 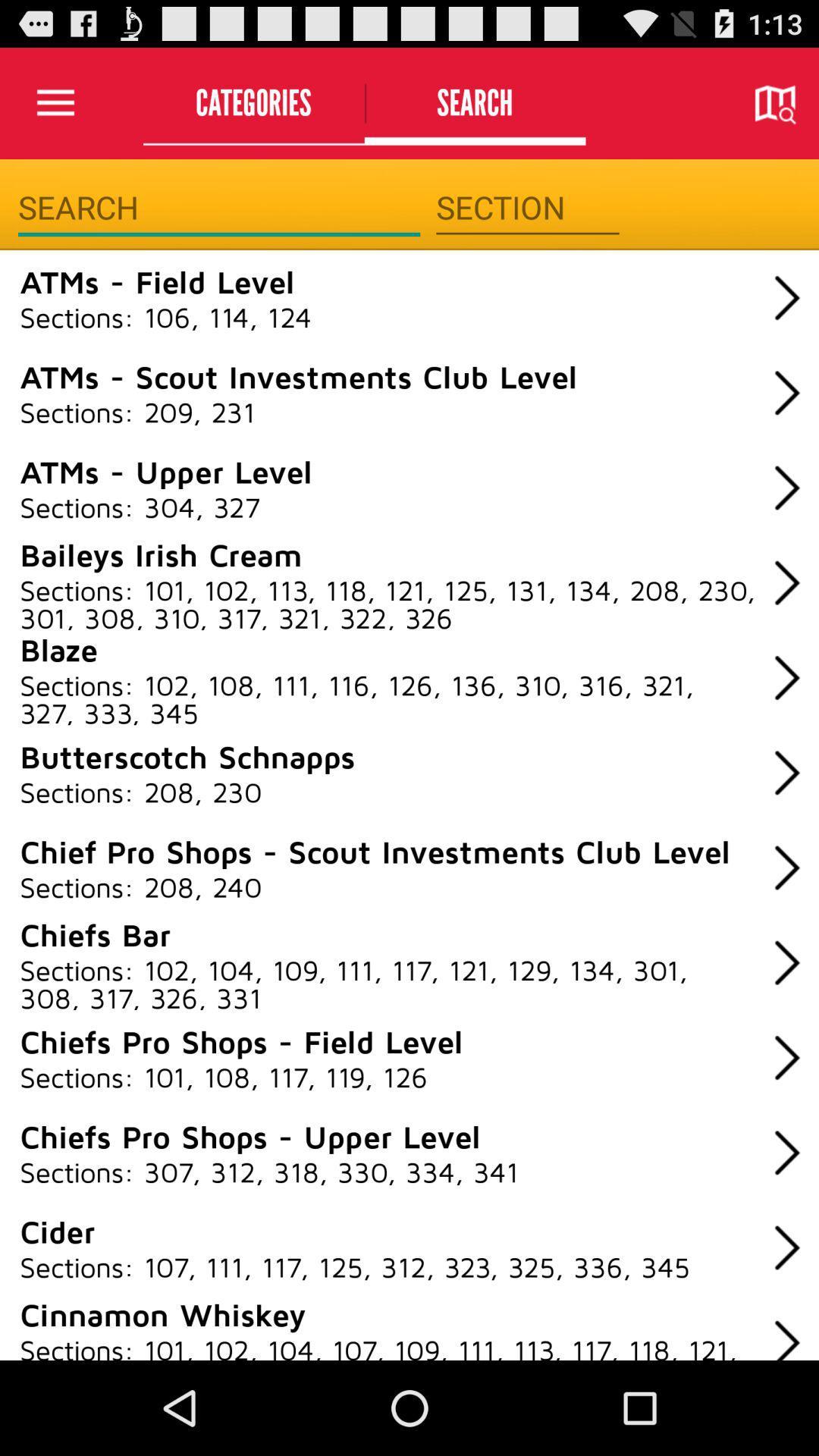 I want to click on the cinnamon whiskey item, so click(x=162, y=1313).